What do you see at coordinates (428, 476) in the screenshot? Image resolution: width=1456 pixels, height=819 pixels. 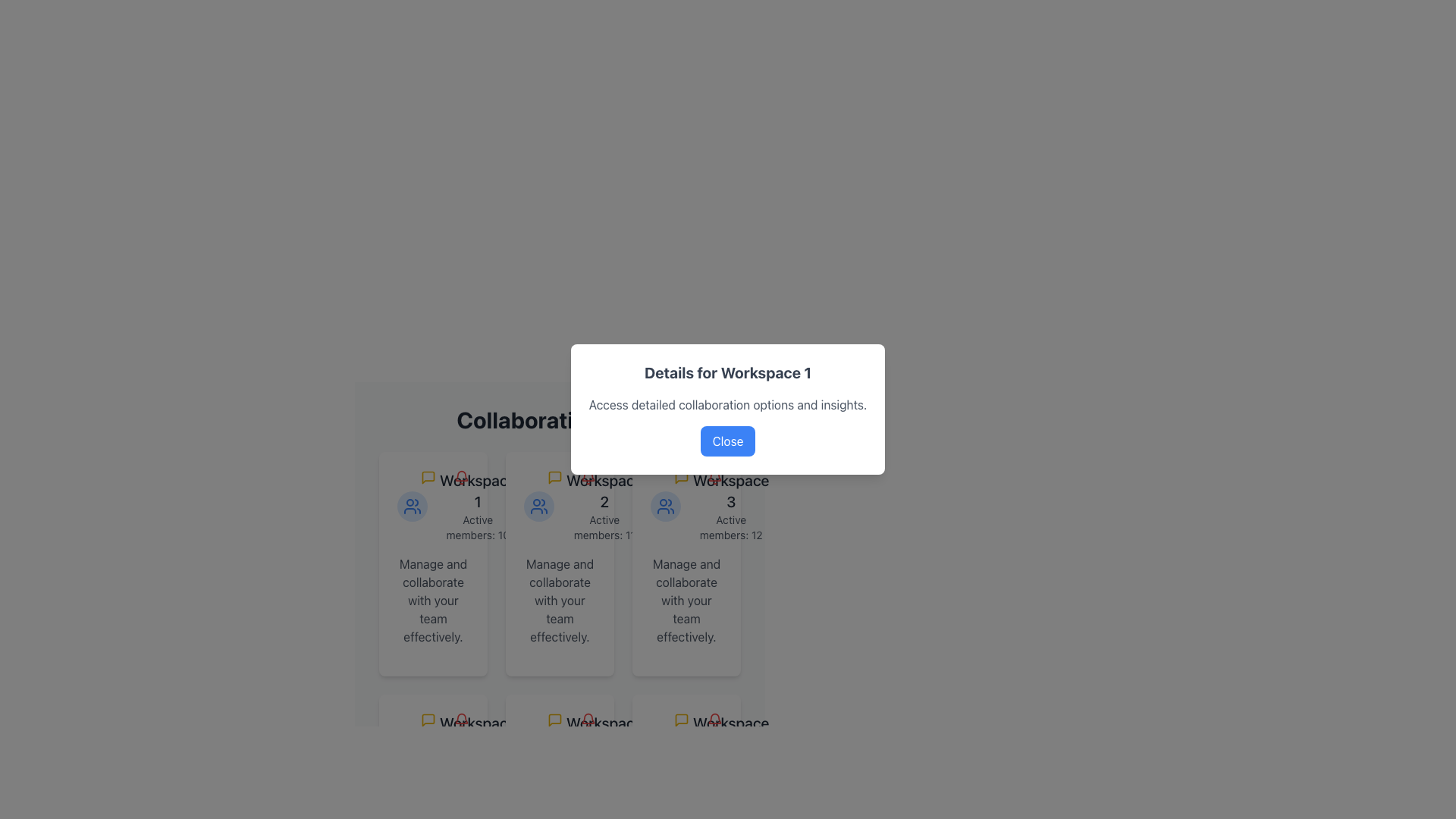 I see `the comments/messages icon located in the top-left corner of the 'Workspace 1' card` at bounding box center [428, 476].